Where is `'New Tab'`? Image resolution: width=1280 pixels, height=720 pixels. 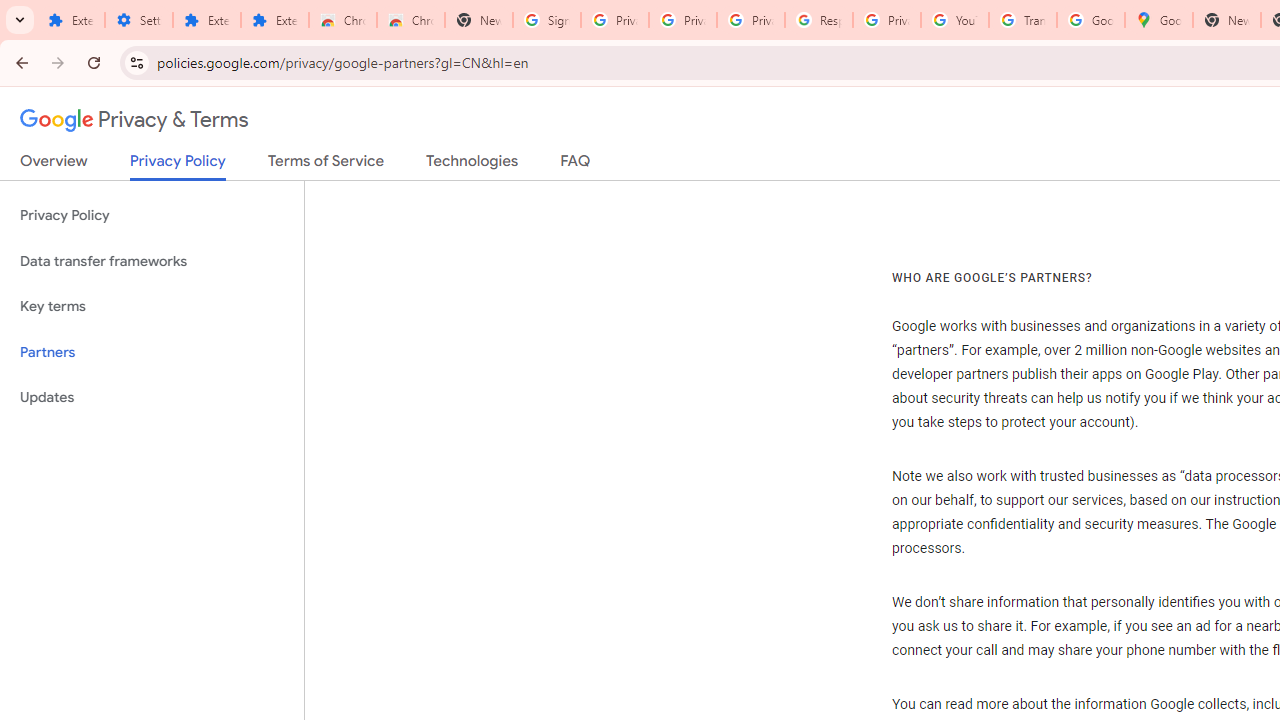
'New Tab' is located at coordinates (478, 20).